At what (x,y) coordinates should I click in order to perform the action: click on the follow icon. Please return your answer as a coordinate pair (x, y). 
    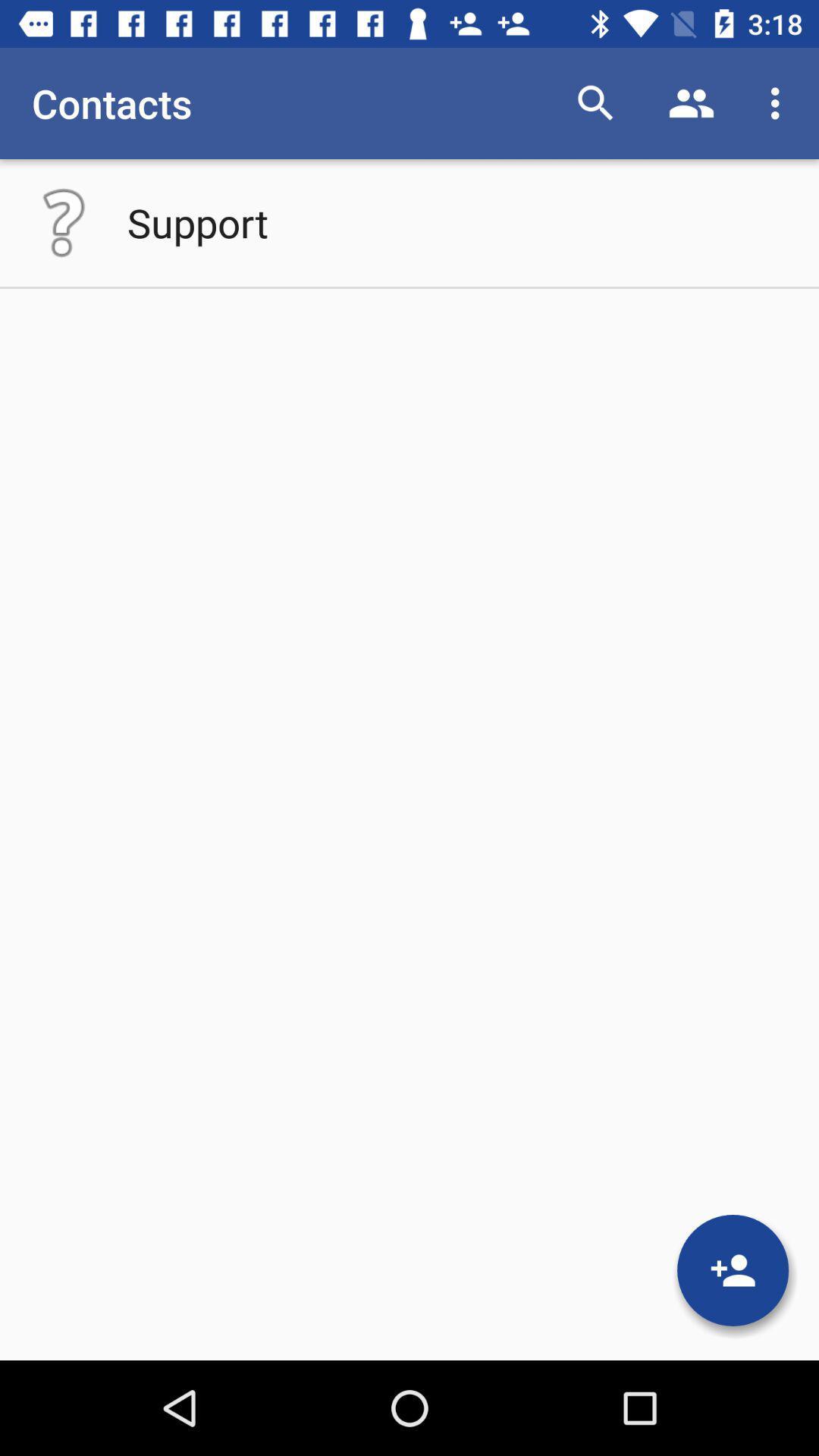
    Looking at the image, I should click on (732, 1270).